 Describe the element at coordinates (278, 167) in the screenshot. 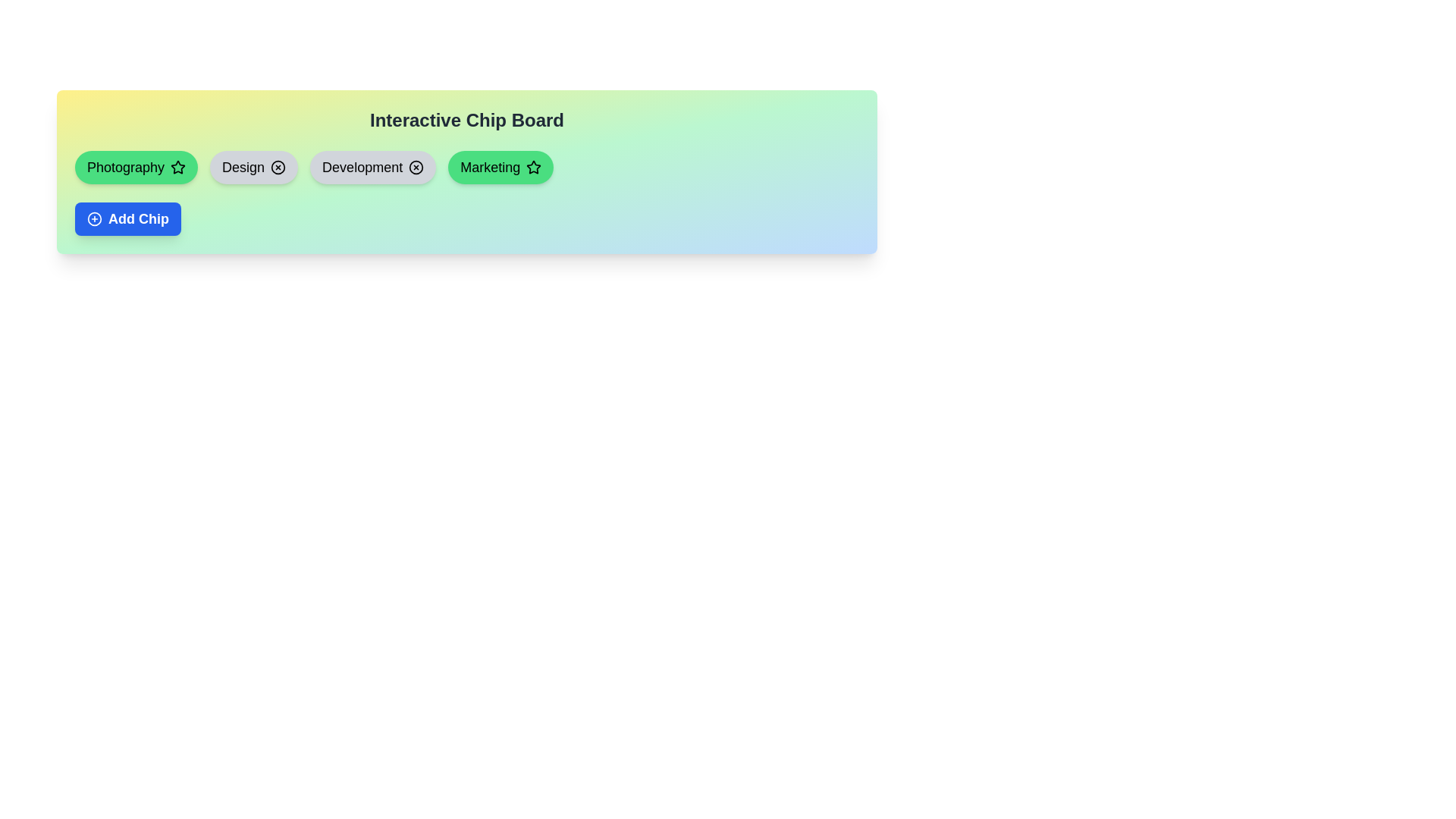

I see `the Close button icon, which is a circular icon with a cross (X) symbol, located on the right side of the 'Design' button within the interactive chip interface` at that location.